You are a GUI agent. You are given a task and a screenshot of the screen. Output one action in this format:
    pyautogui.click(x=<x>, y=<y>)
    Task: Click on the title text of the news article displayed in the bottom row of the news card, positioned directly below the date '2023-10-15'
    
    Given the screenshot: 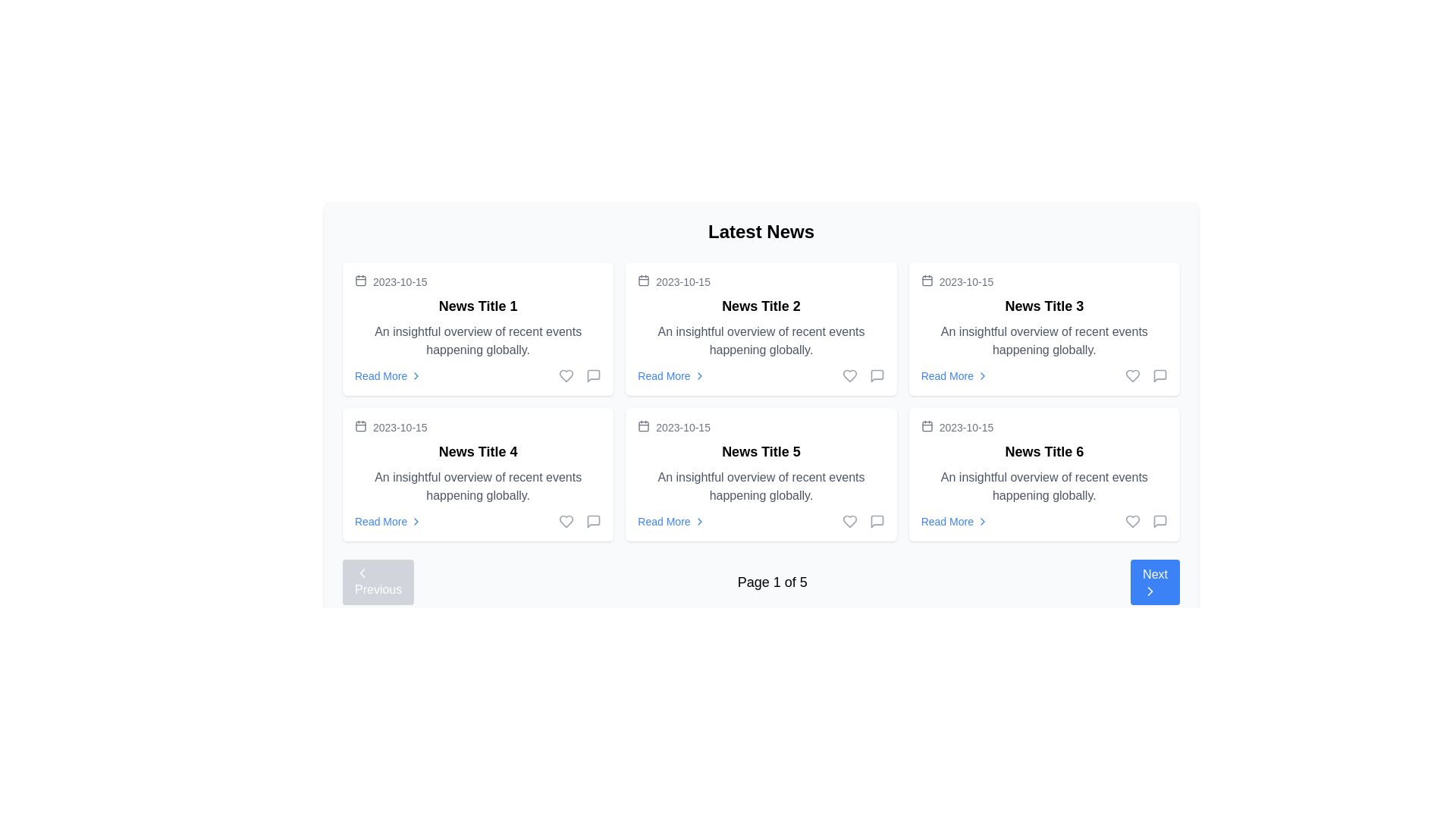 What is the action you would take?
    pyautogui.click(x=1043, y=451)
    